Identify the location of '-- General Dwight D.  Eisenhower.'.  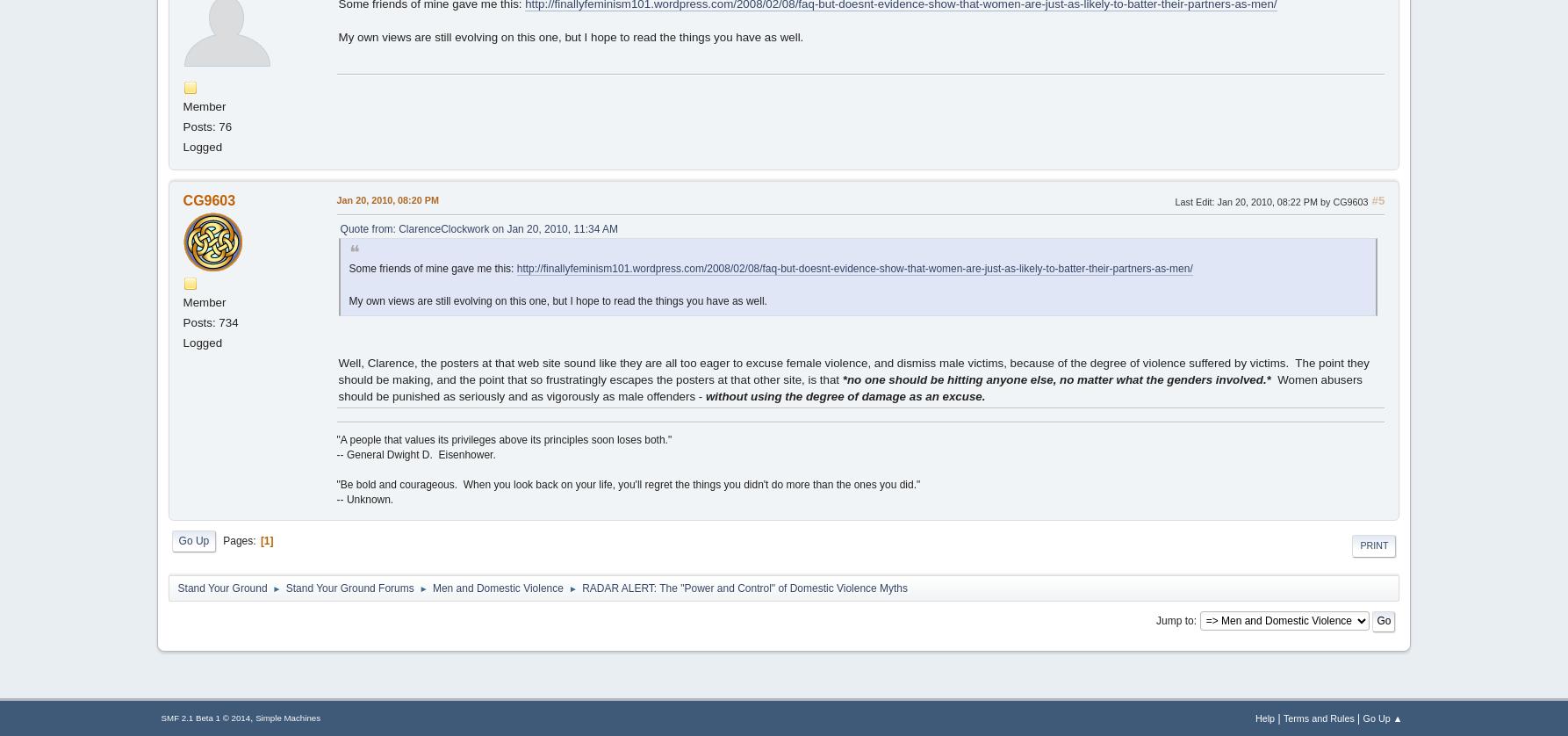
(416, 454).